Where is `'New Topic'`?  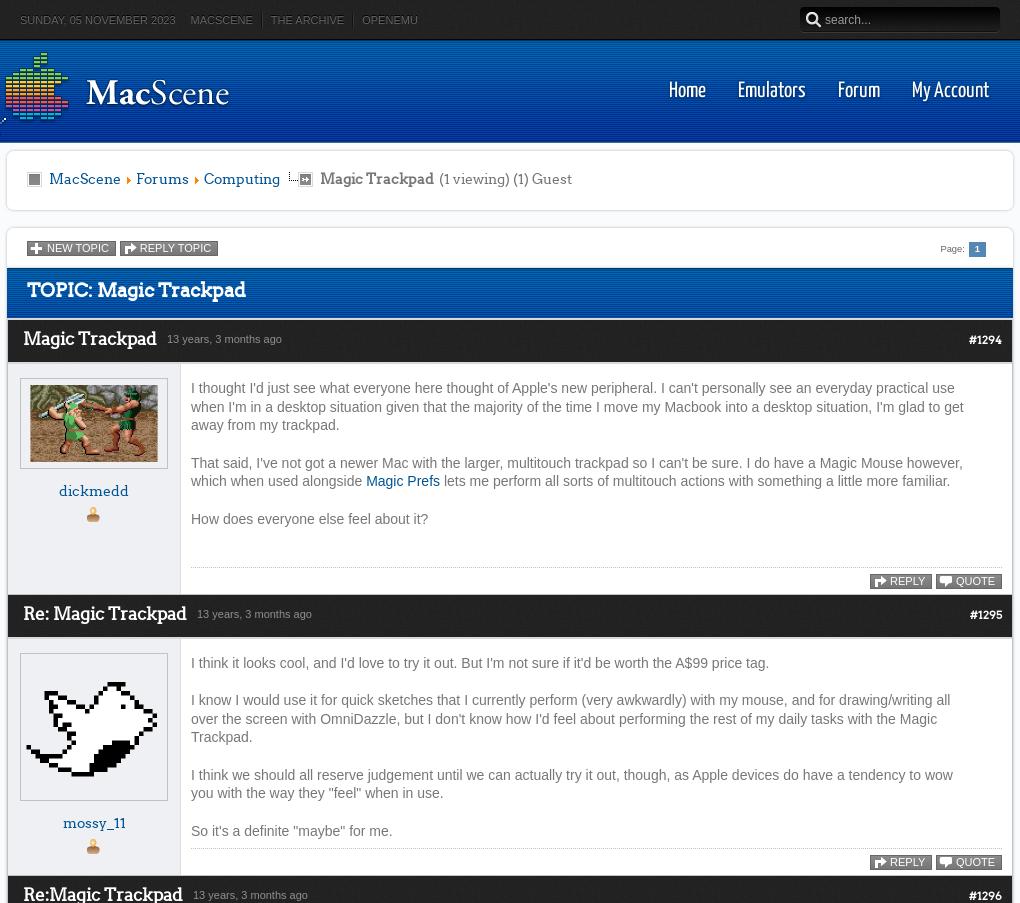 'New Topic' is located at coordinates (77, 247).